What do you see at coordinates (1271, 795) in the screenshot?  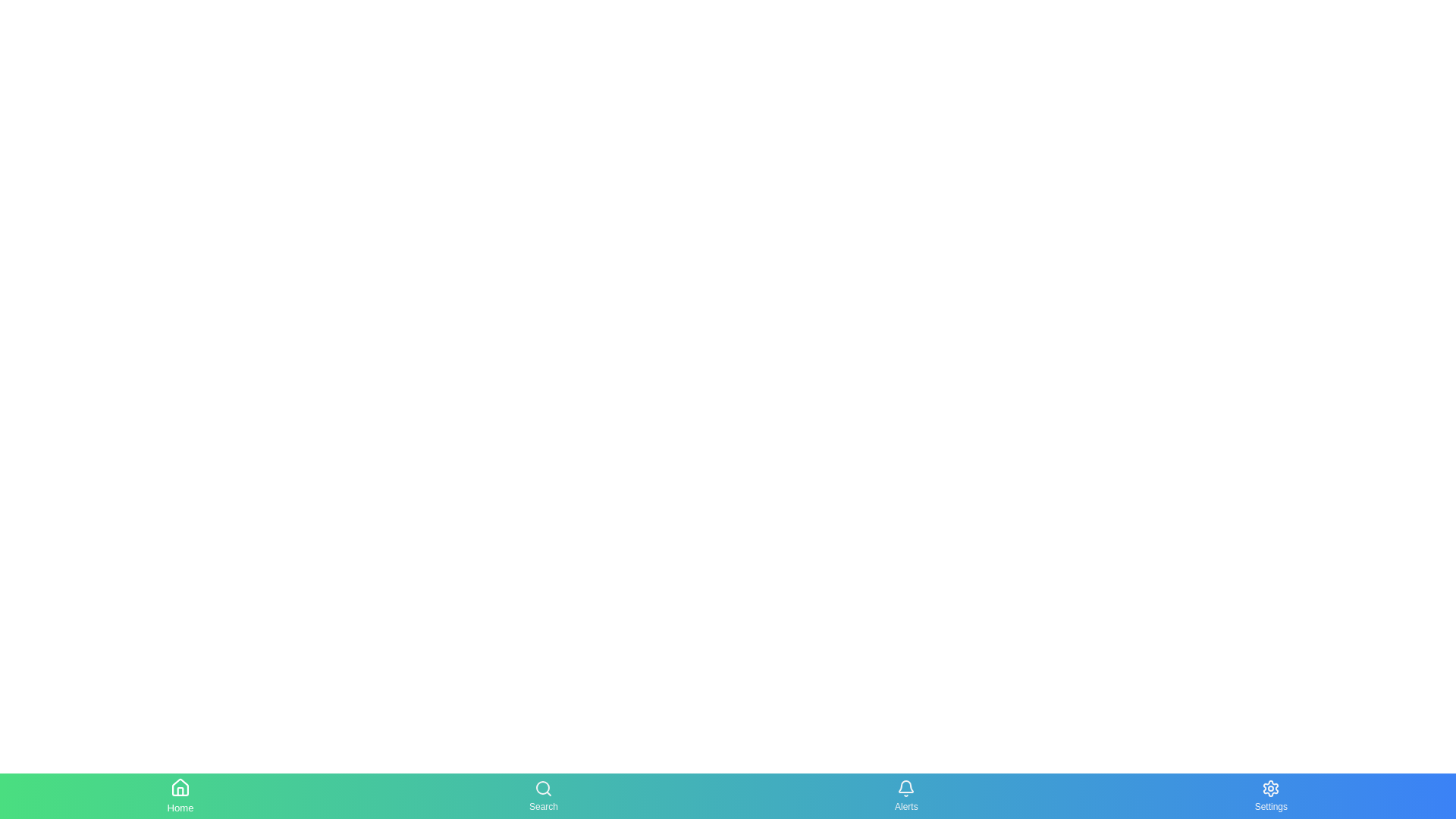 I see `the navigation item labeled 'Settings'` at bounding box center [1271, 795].